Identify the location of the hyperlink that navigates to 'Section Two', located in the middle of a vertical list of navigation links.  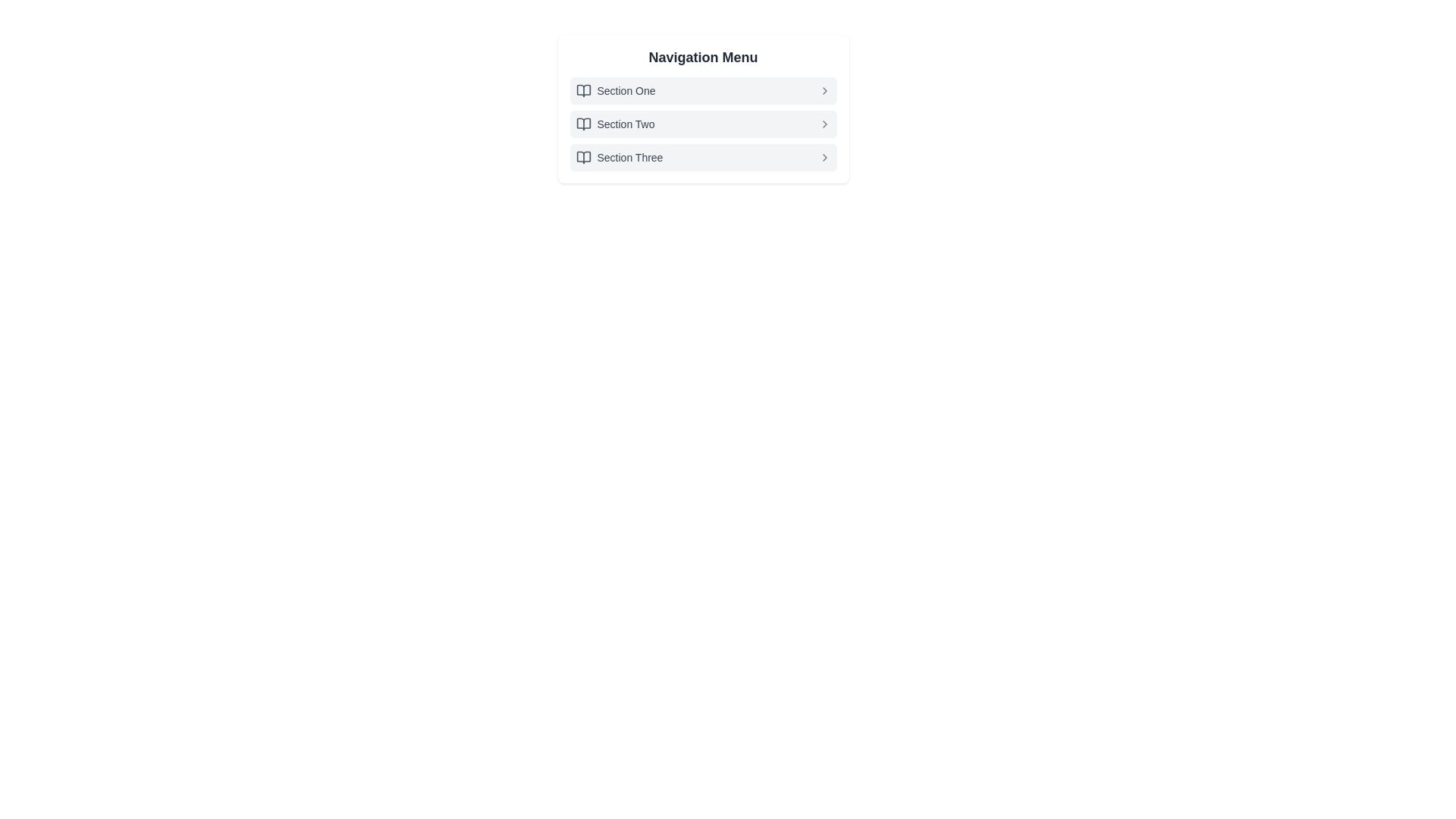
(626, 124).